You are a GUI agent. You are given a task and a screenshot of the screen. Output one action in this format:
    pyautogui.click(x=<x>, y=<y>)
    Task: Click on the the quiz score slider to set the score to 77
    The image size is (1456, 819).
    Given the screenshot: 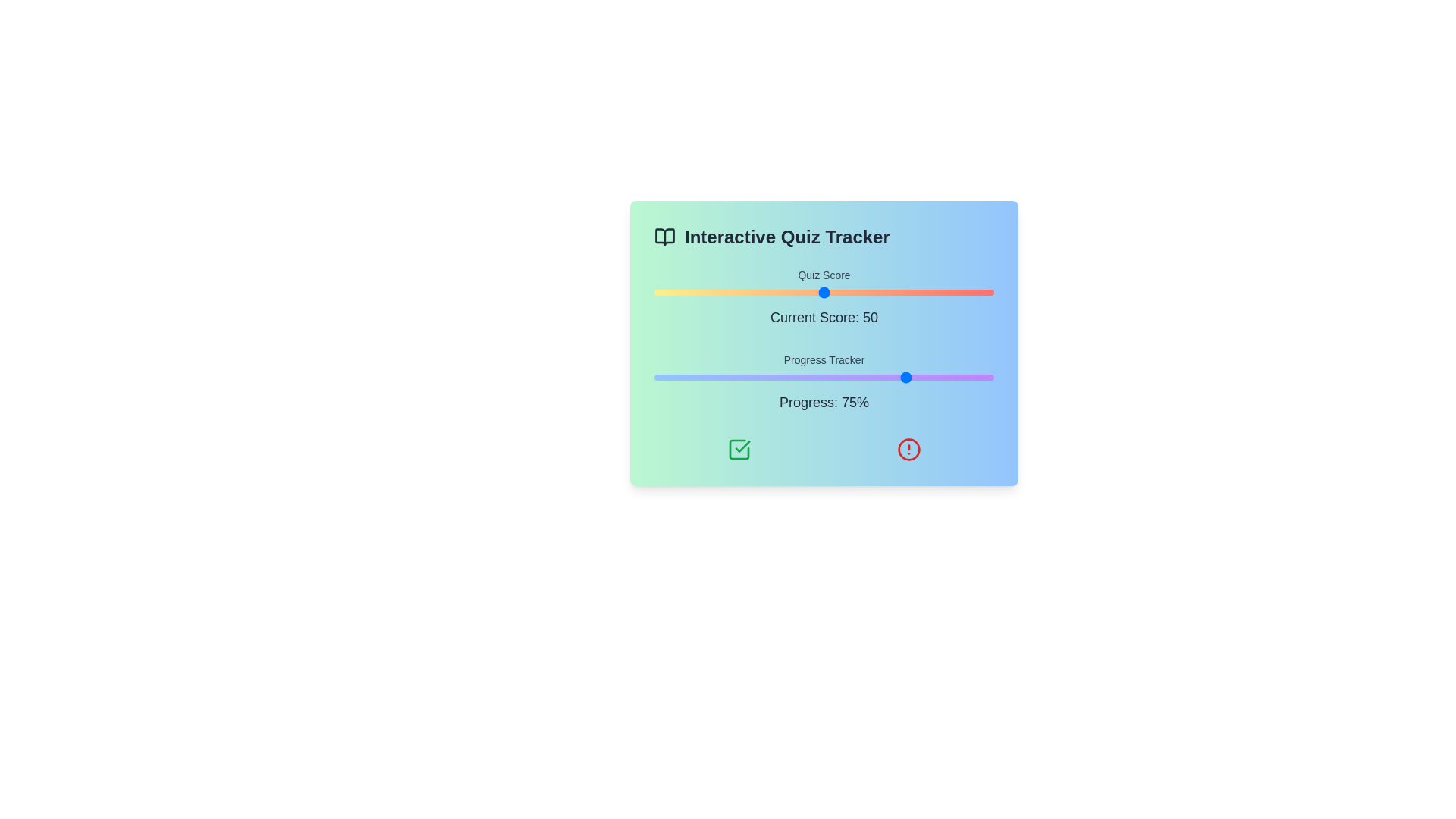 What is the action you would take?
    pyautogui.click(x=915, y=292)
    